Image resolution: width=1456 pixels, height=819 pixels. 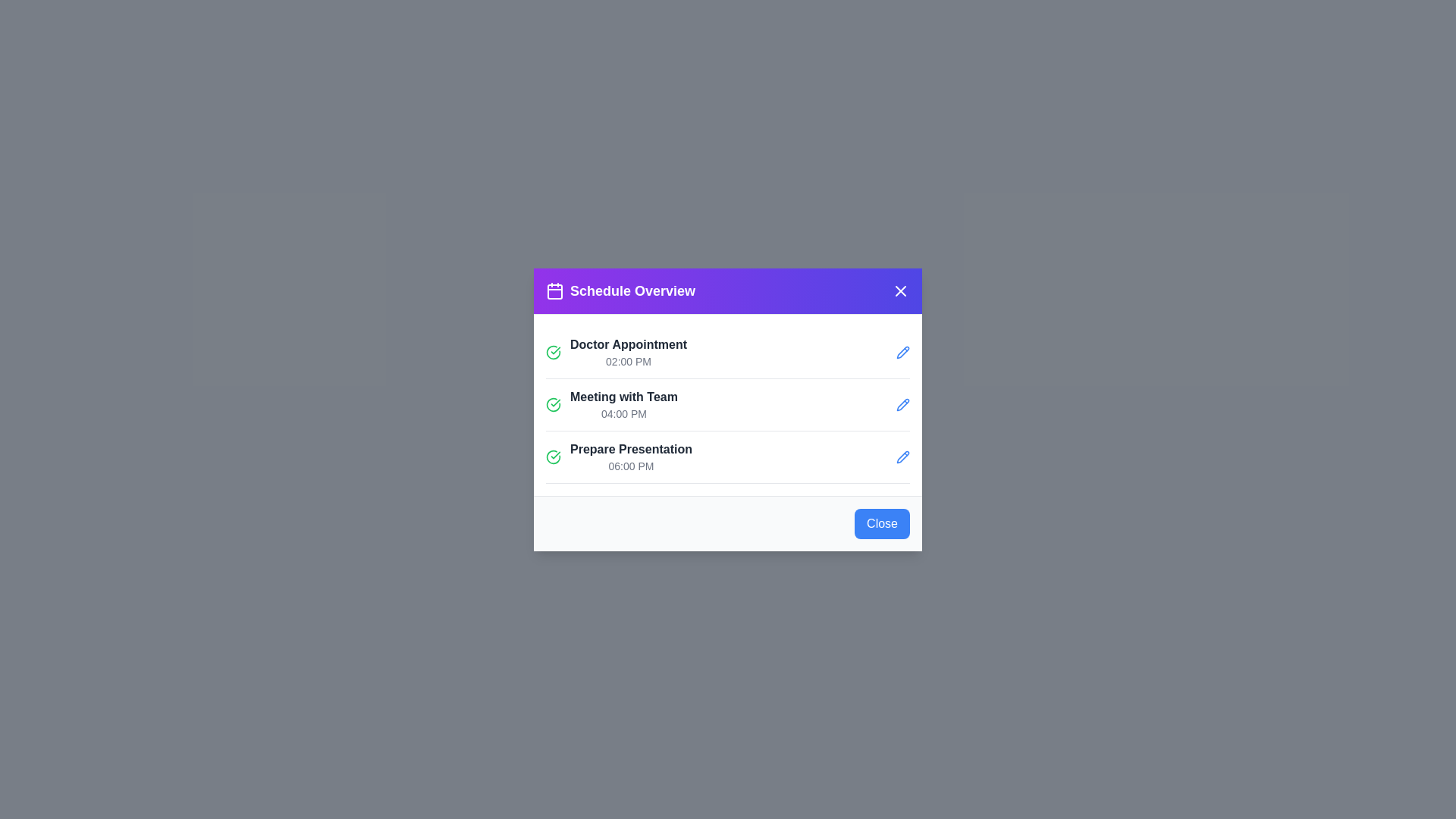 I want to click on the small white 'X' icon button within the purple rectangle located at the top-right corner of the 'Schedule Overview' header, so click(x=901, y=290).